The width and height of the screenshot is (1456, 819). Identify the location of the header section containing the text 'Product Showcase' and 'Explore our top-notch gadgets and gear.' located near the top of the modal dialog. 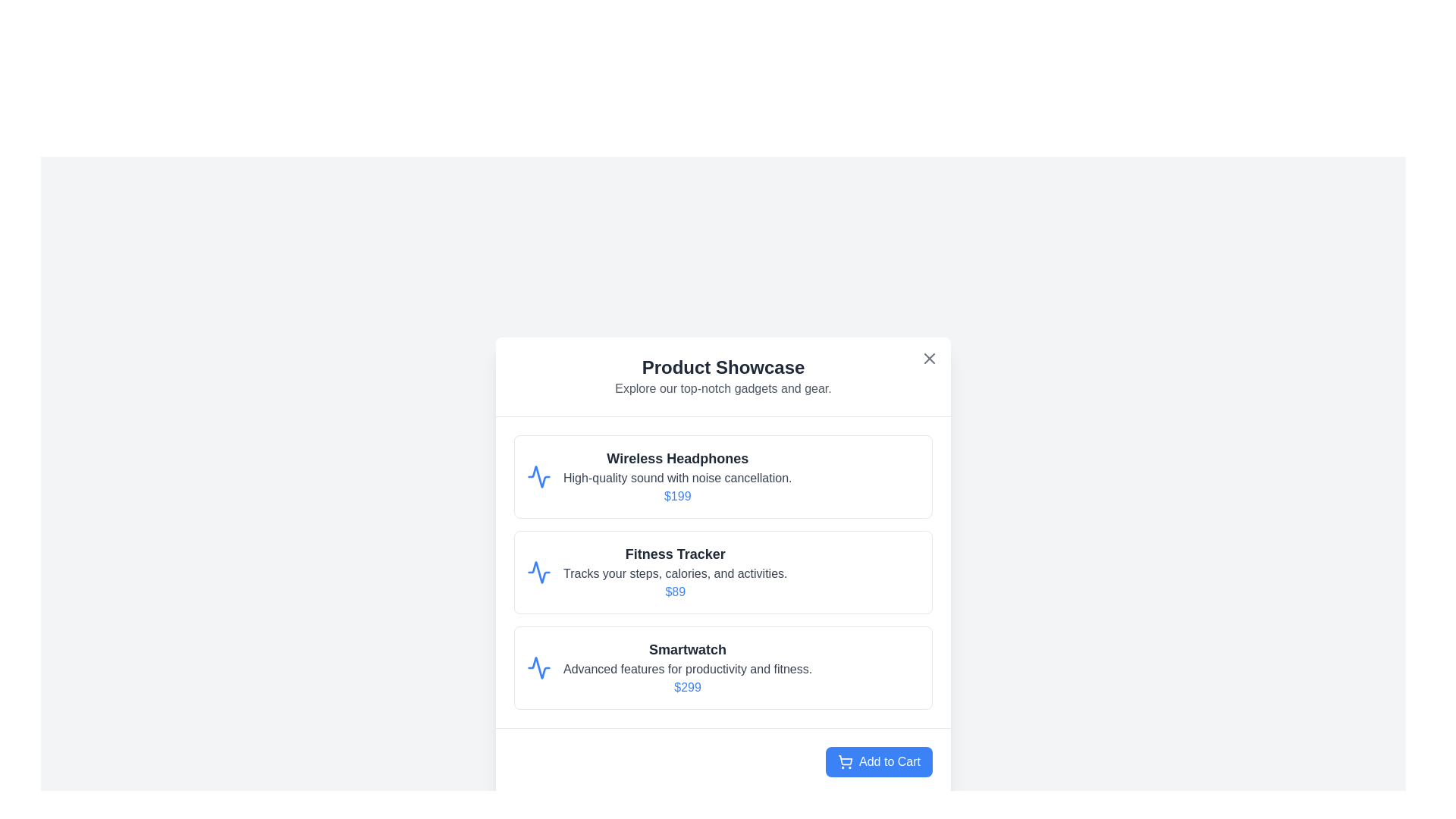
(723, 376).